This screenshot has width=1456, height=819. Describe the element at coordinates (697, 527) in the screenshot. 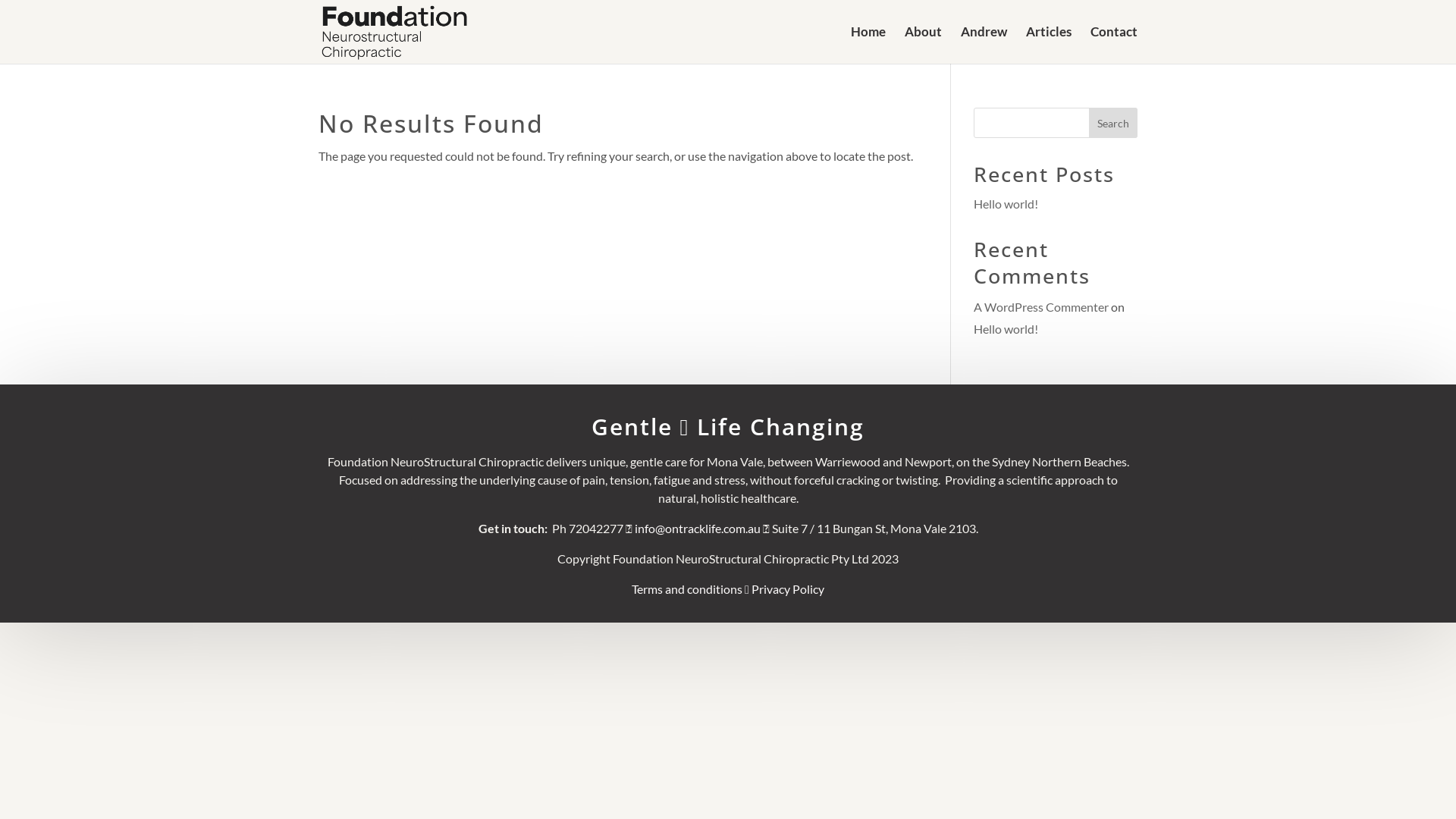

I see `'info@ontracklife.com.au'` at that location.